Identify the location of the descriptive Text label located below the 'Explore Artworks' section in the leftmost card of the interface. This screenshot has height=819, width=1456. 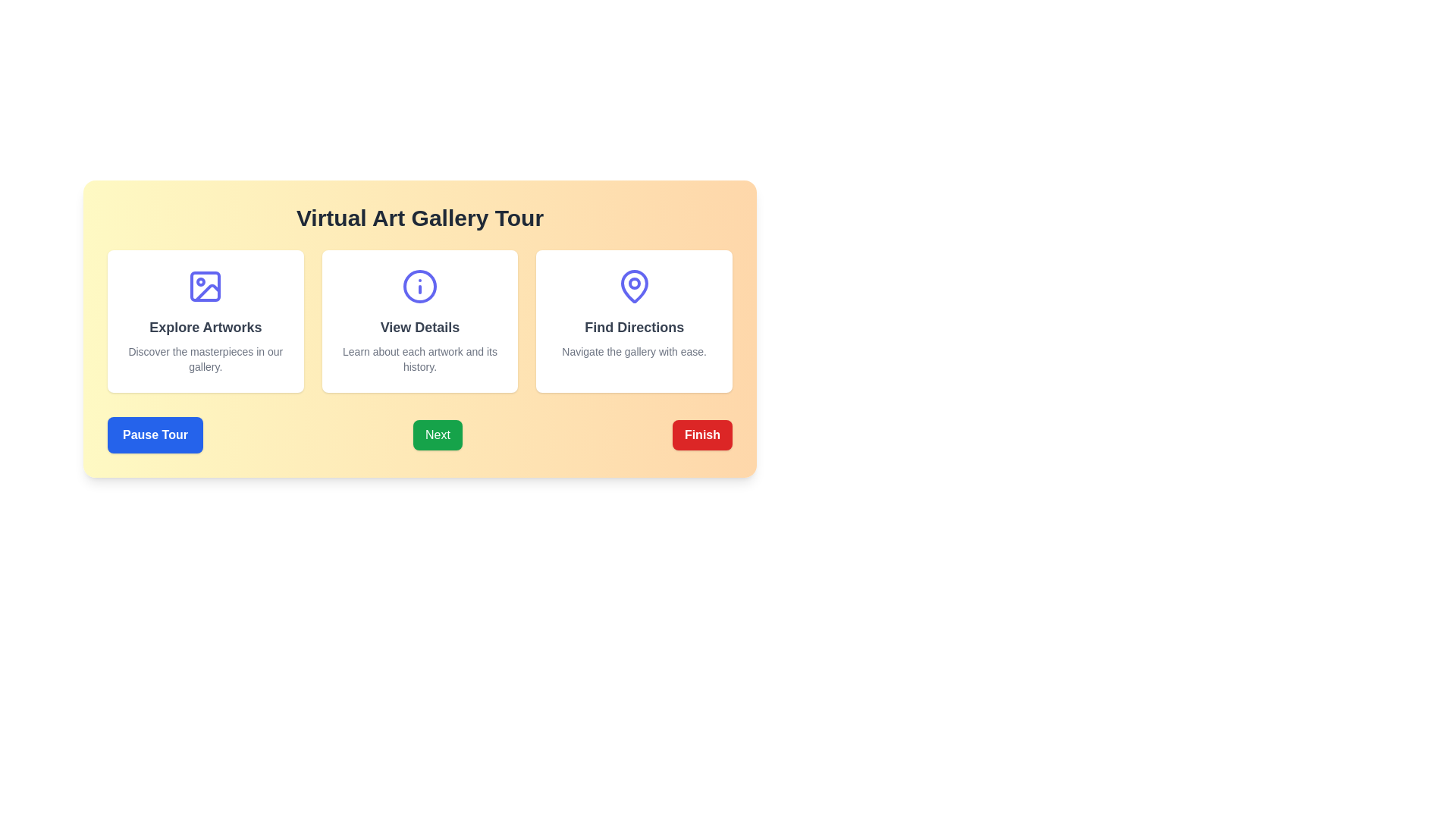
(205, 359).